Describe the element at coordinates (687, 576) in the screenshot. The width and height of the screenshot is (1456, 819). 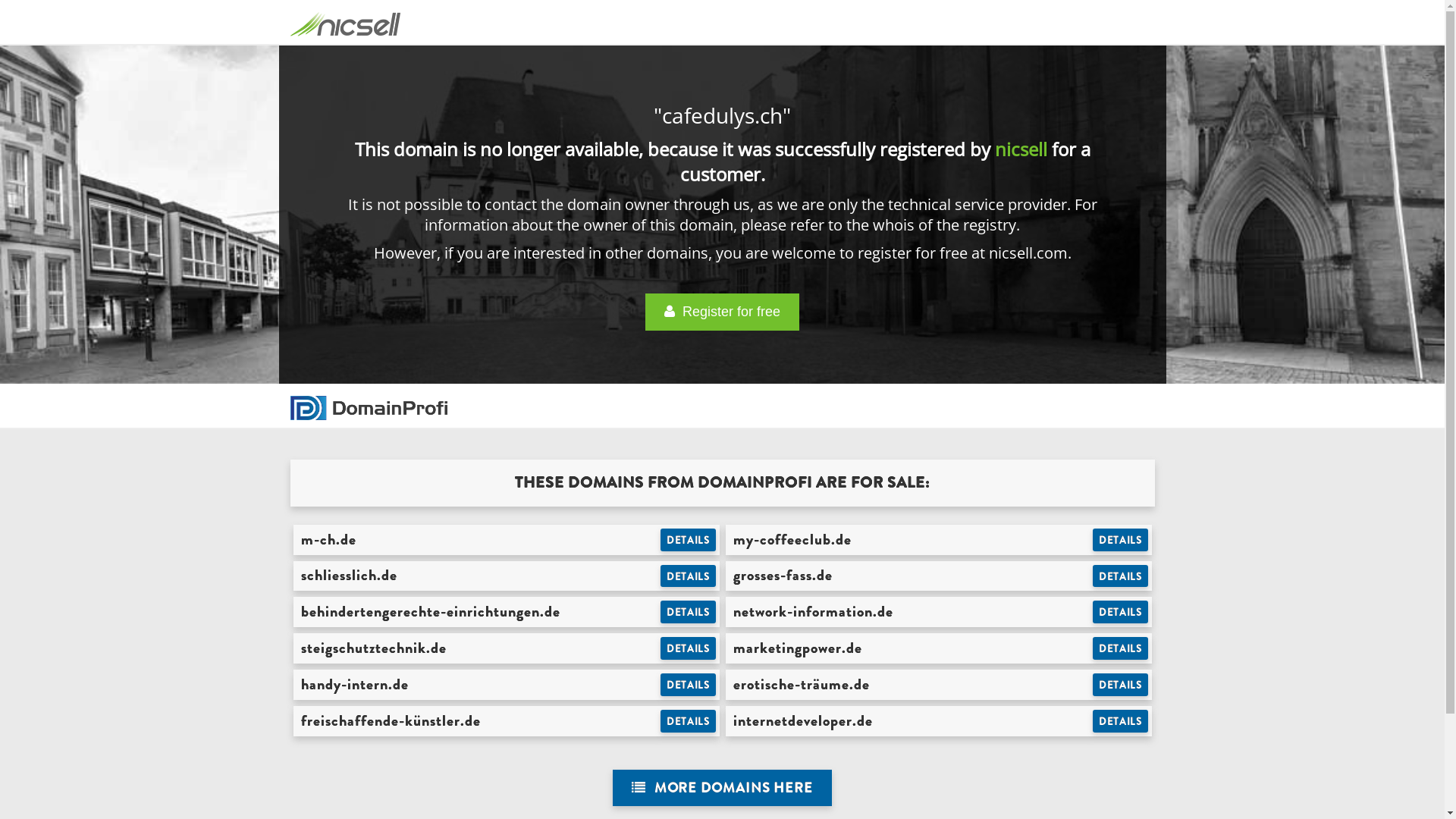
I see `'DETAILS'` at that location.